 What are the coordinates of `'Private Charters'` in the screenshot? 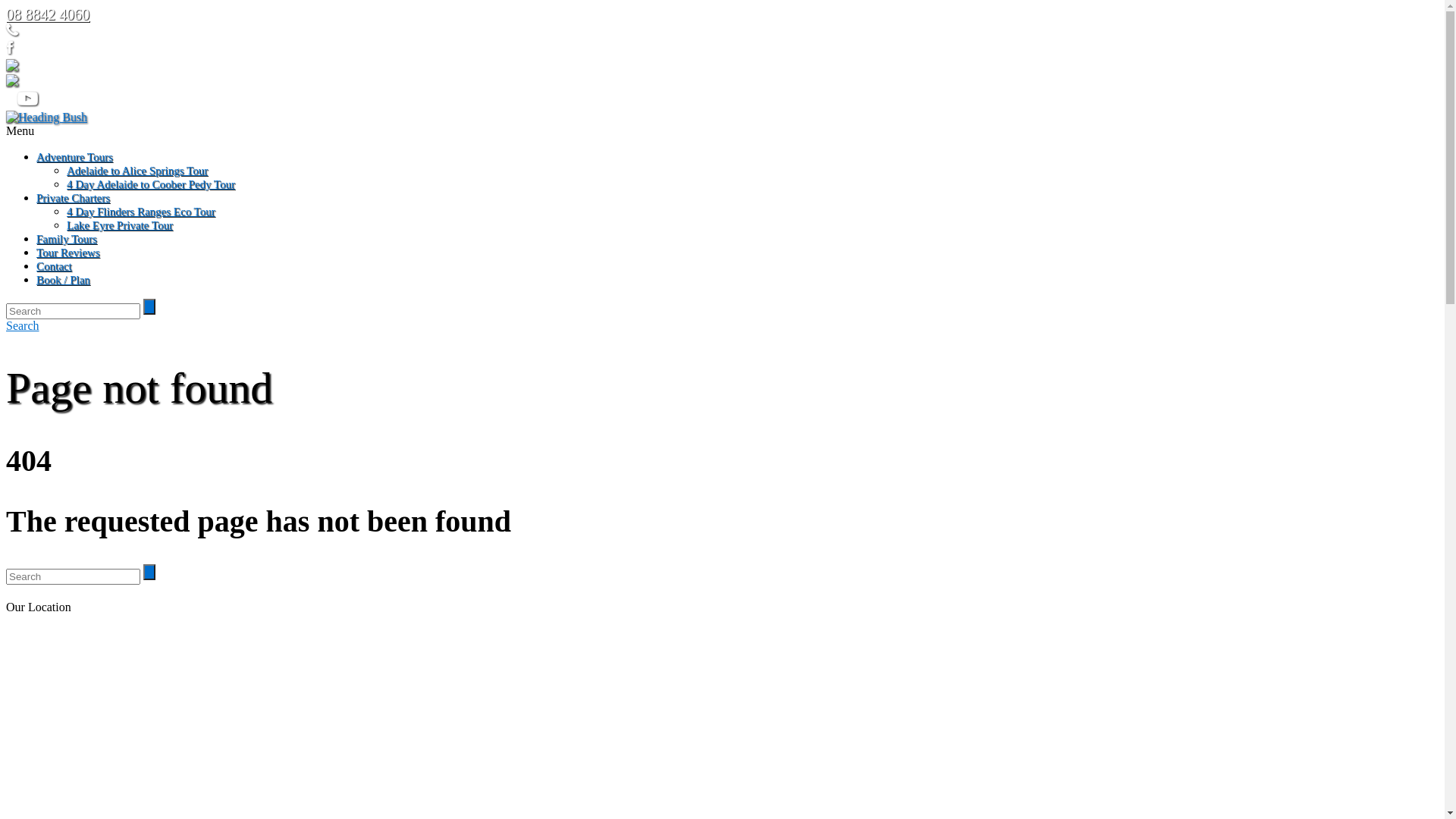 It's located at (72, 197).